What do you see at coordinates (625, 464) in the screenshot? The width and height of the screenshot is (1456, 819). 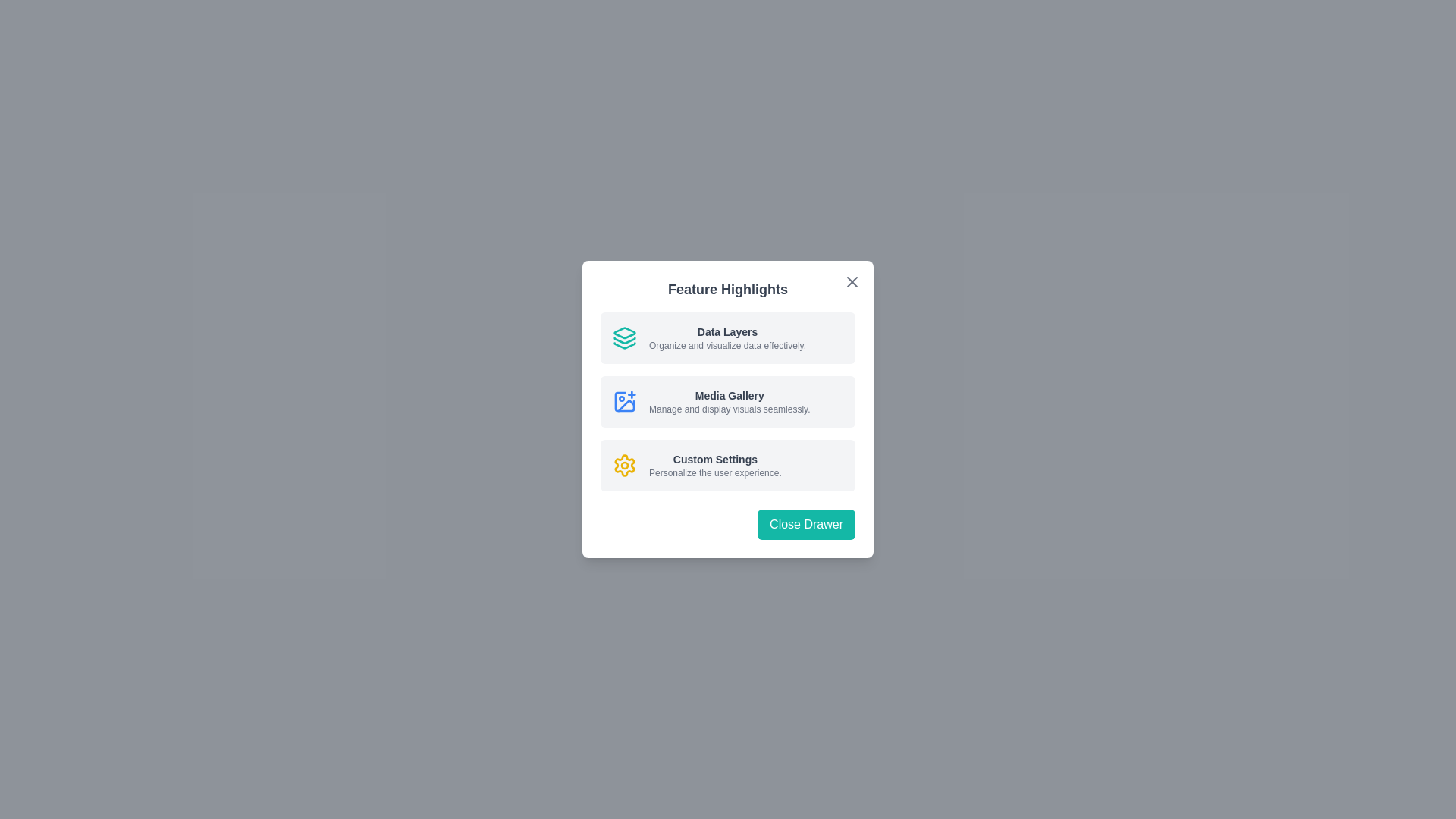 I see `the settings icon representing the 'Custom Settings' feature, located to the left of the 'Custom Settings' text within a vertical card interface` at bounding box center [625, 464].